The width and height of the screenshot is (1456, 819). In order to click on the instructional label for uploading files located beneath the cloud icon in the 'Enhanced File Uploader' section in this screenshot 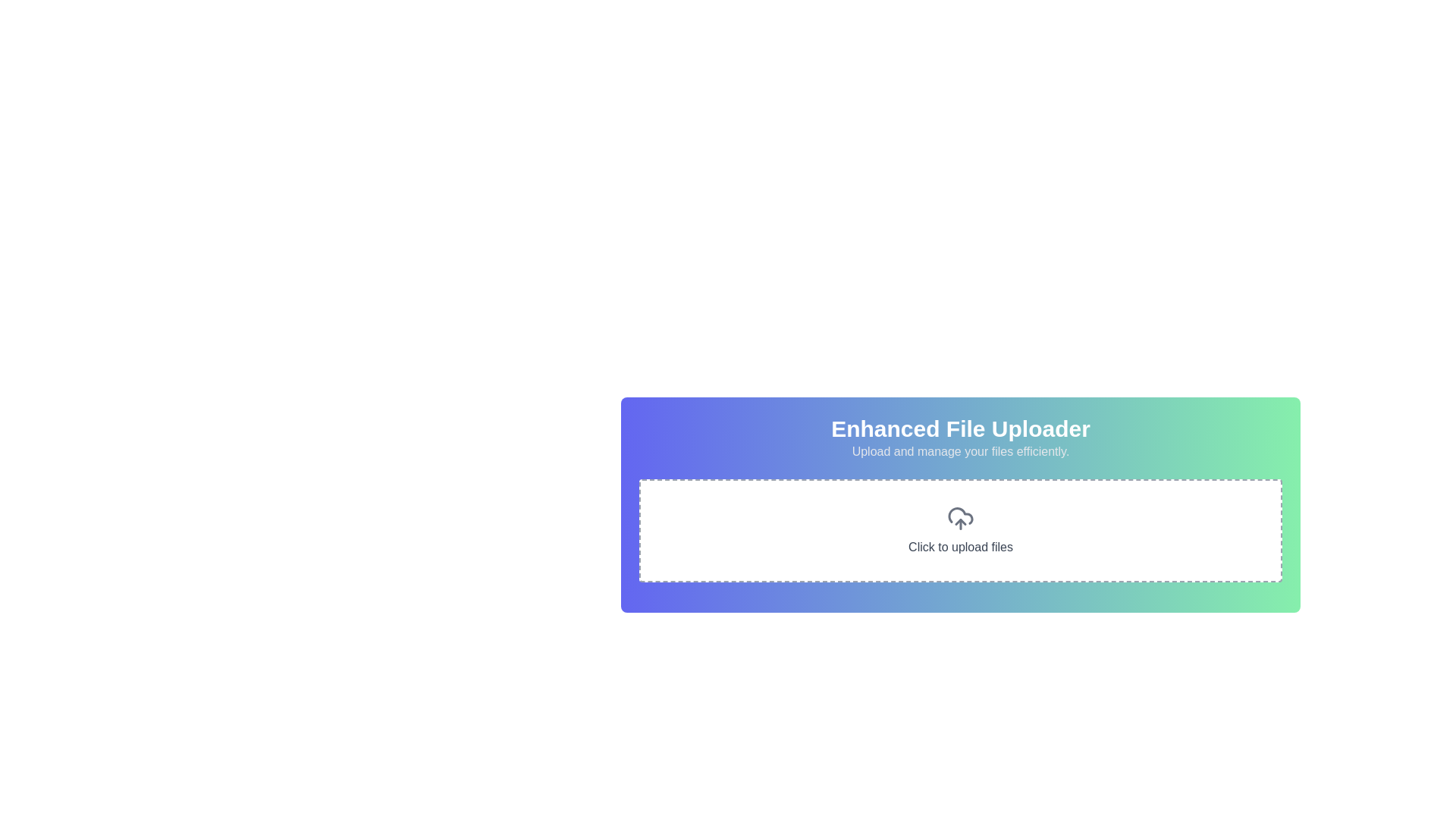, I will do `click(960, 547)`.